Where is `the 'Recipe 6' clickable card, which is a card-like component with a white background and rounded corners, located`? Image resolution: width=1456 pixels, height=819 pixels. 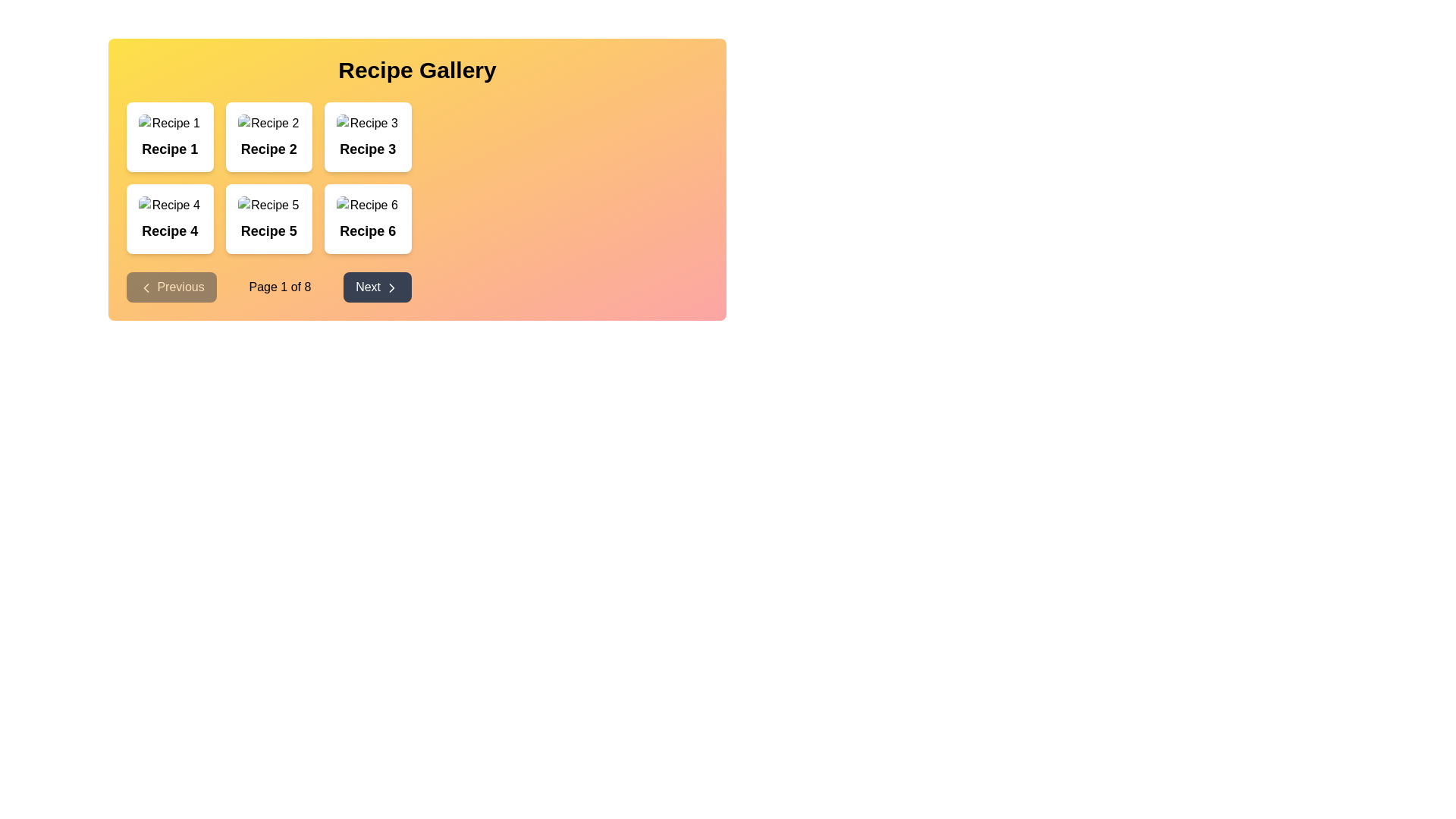 the 'Recipe 6' clickable card, which is a card-like component with a white background and rounded corners, located is located at coordinates (368, 219).